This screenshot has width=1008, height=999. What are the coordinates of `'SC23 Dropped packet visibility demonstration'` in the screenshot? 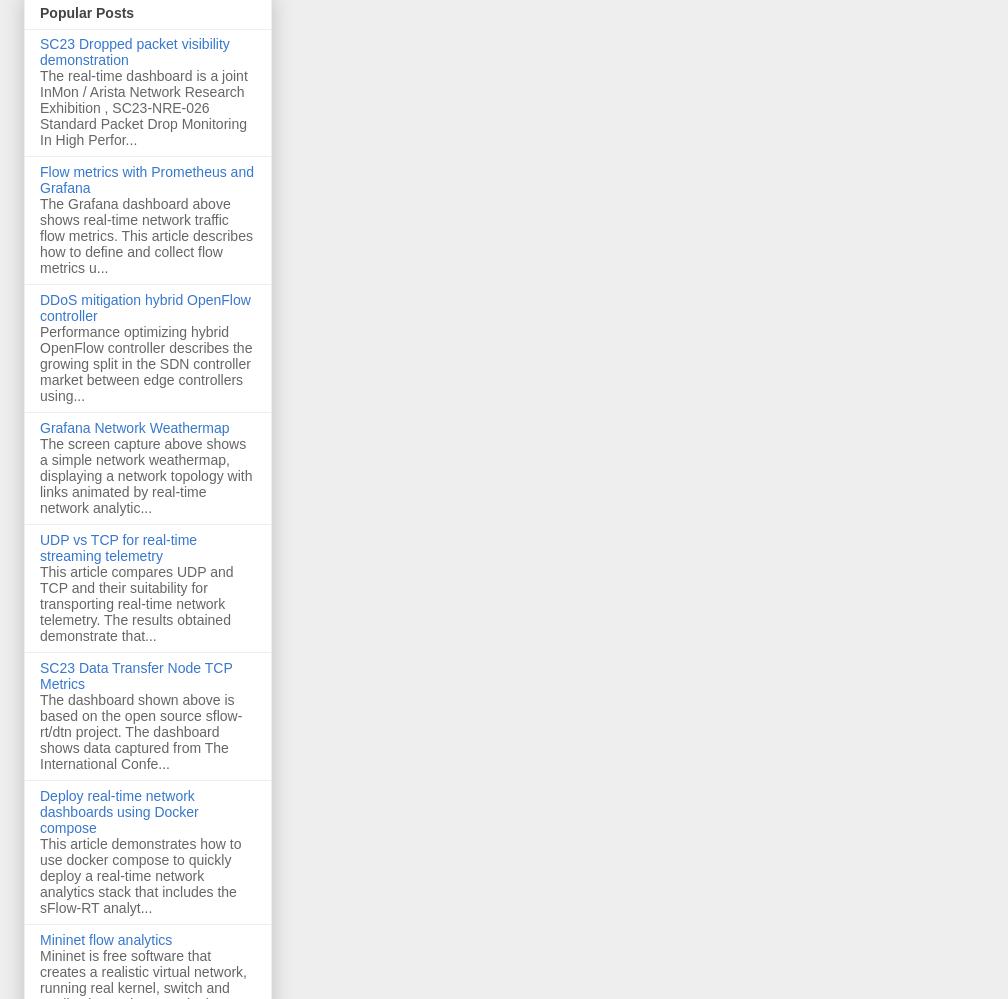 It's located at (134, 52).